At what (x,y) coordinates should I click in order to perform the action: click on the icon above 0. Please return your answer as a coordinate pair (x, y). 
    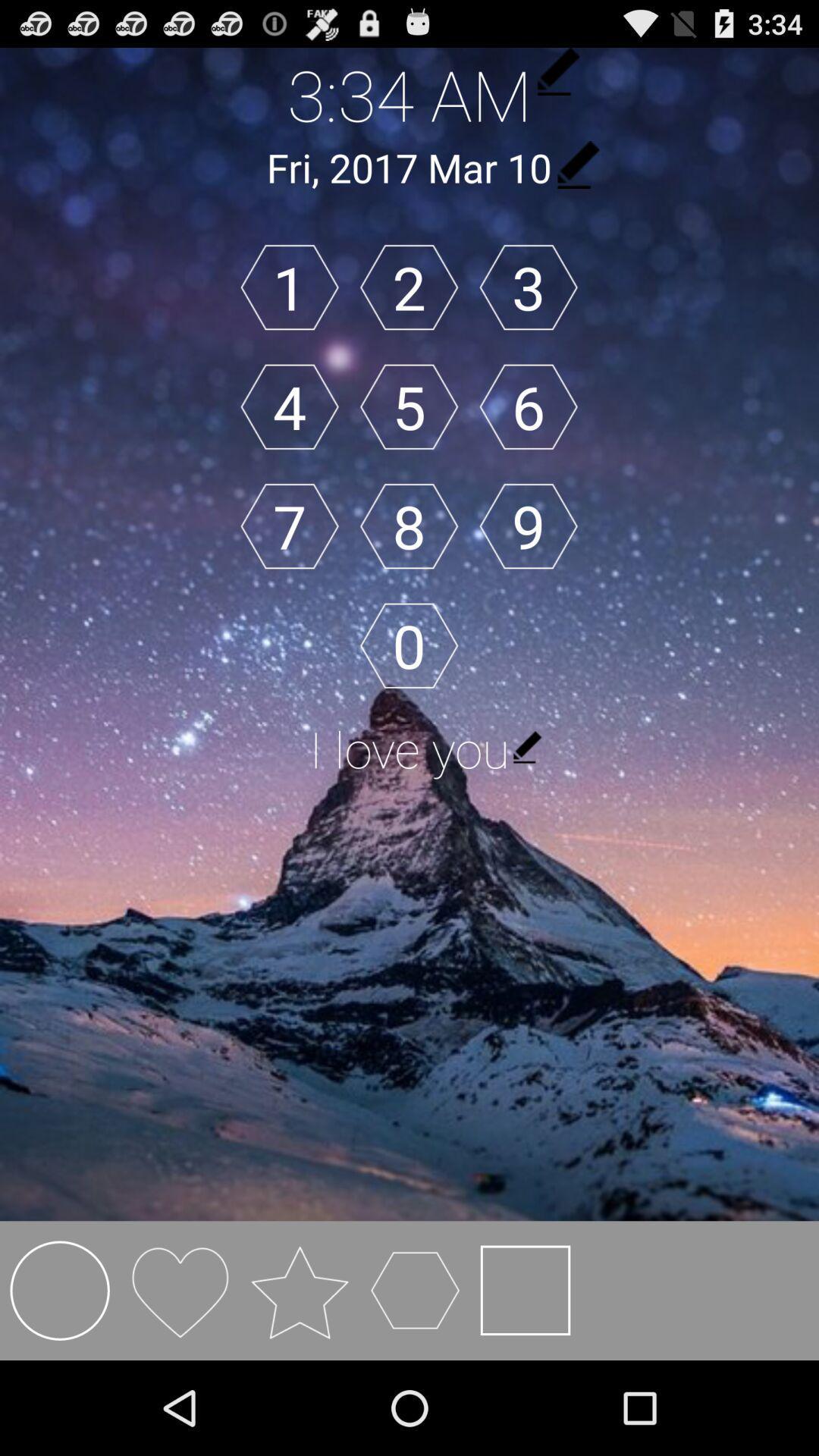
    Looking at the image, I should click on (408, 526).